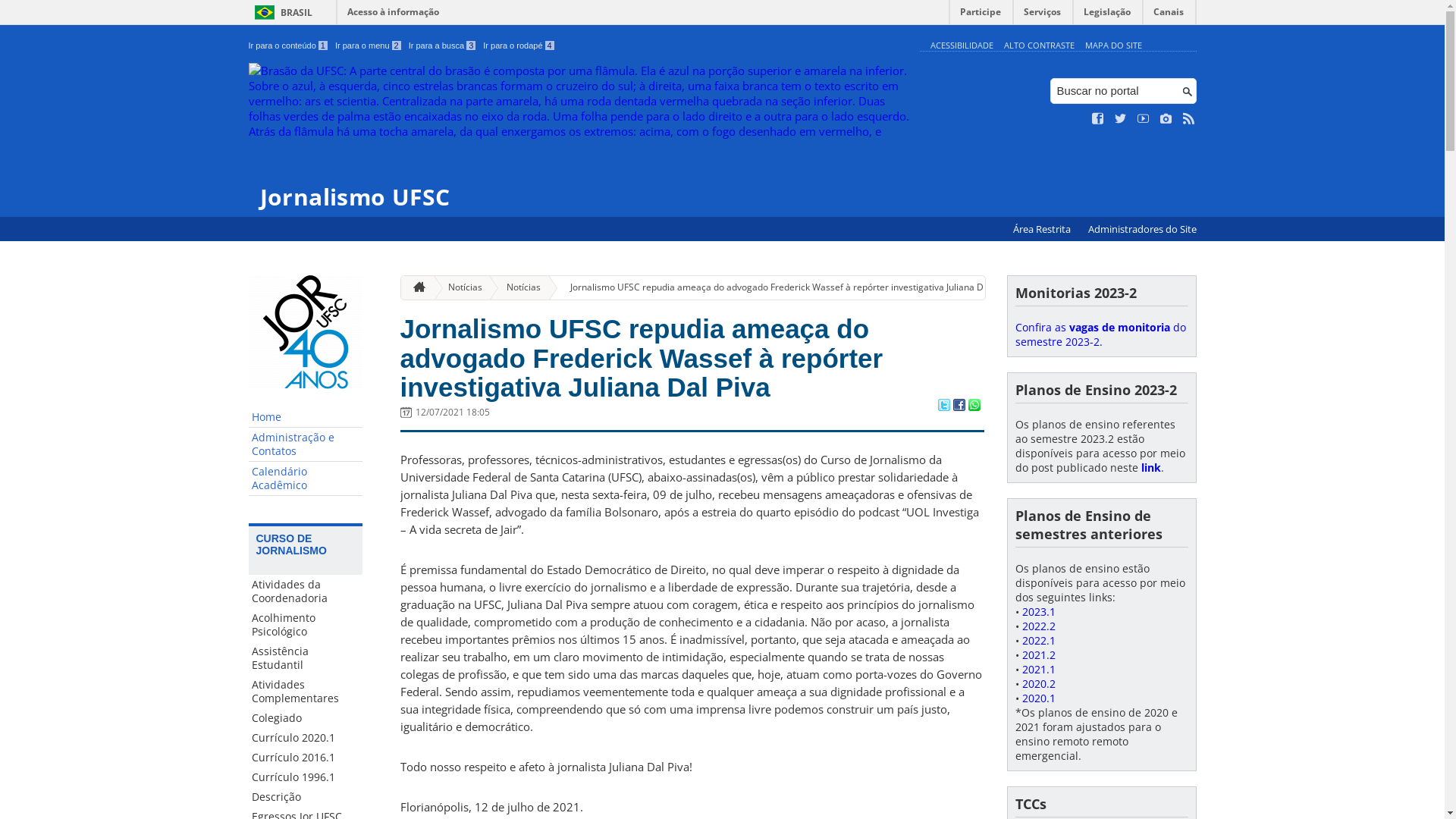 The height and width of the screenshot is (819, 1456). I want to click on 'Veja no Instagram', so click(1165, 118).